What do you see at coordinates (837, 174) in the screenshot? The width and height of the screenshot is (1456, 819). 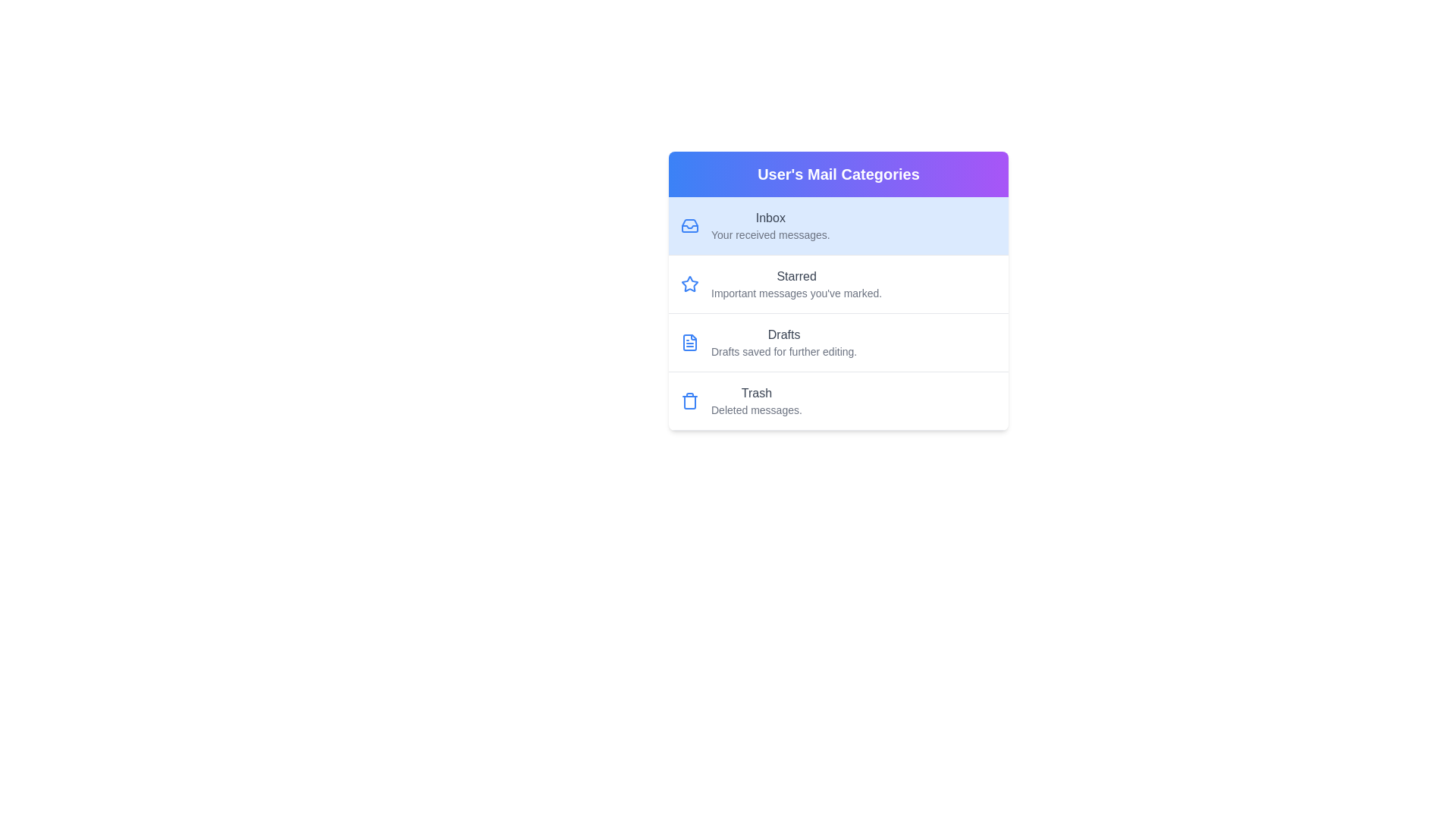 I see `the header text of the EnhancedListView component` at bounding box center [837, 174].